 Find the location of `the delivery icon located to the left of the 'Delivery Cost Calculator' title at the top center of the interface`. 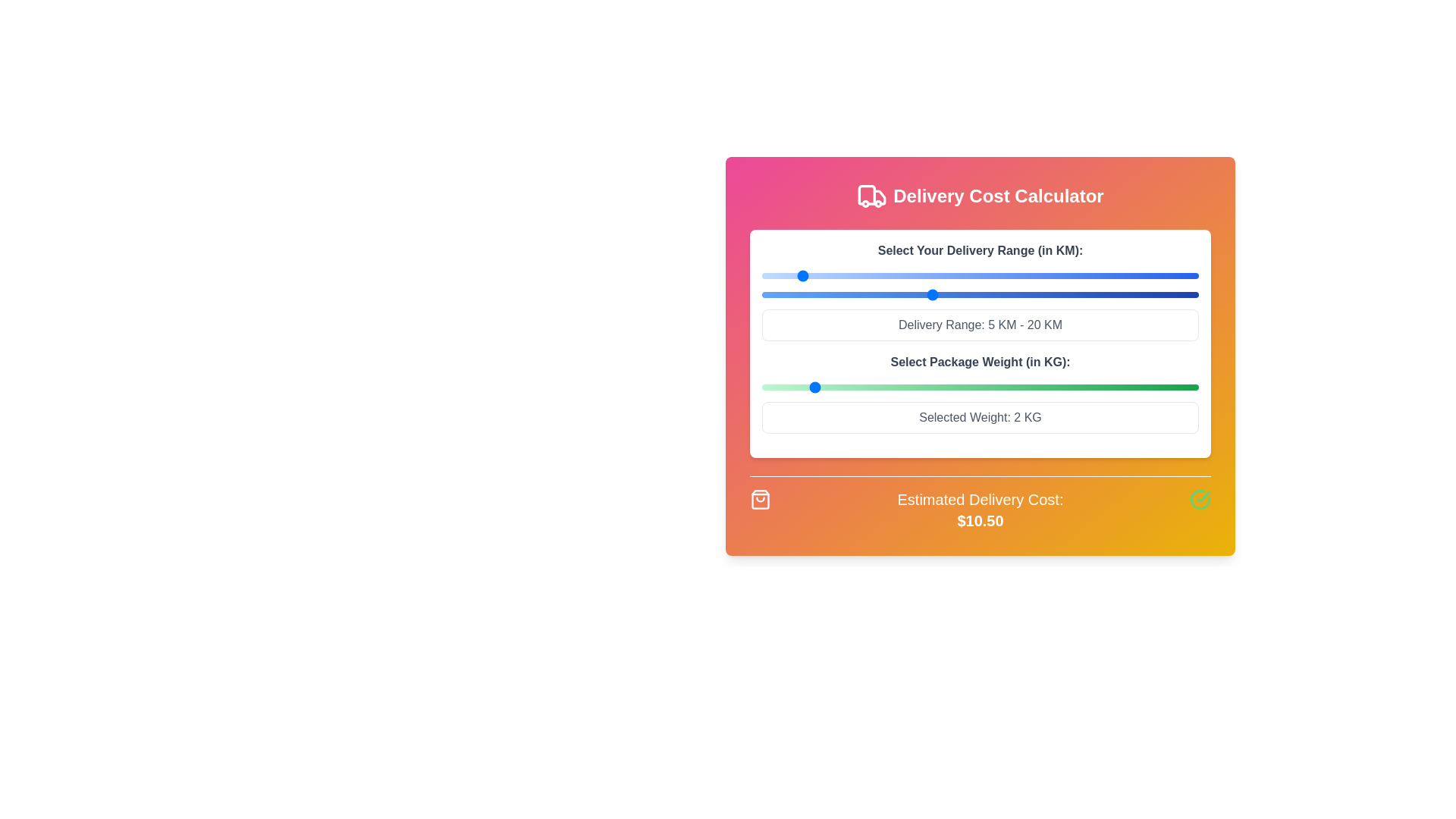

the delivery icon located to the left of the 'Delivery Cost Calculator' title at the top center of the interface is located at coordinates (872, 195).